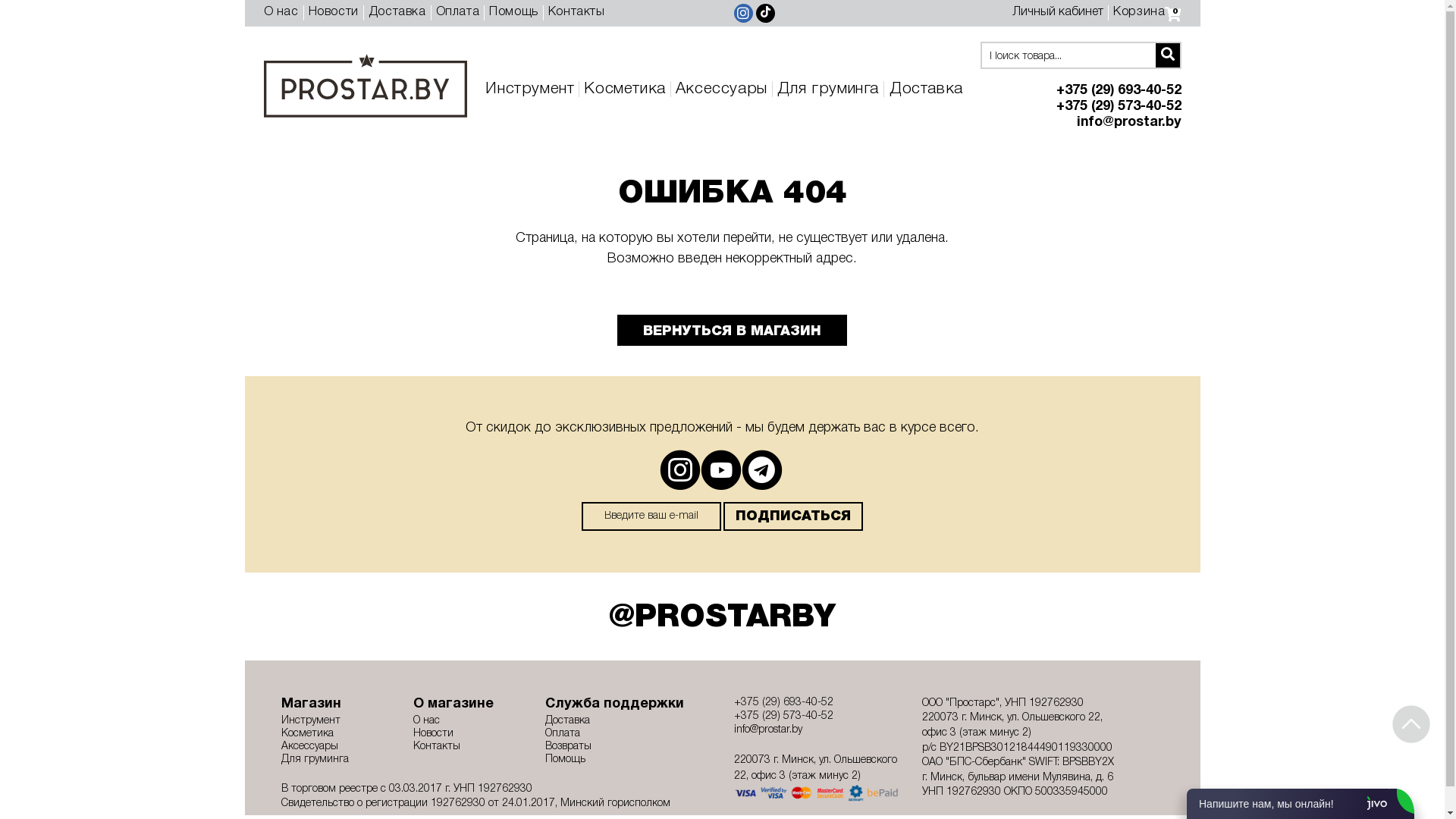  Describe the element at coordinates (816, 717) in the screenshot. I see `'+375 (29) 573-40-52'` at that location.